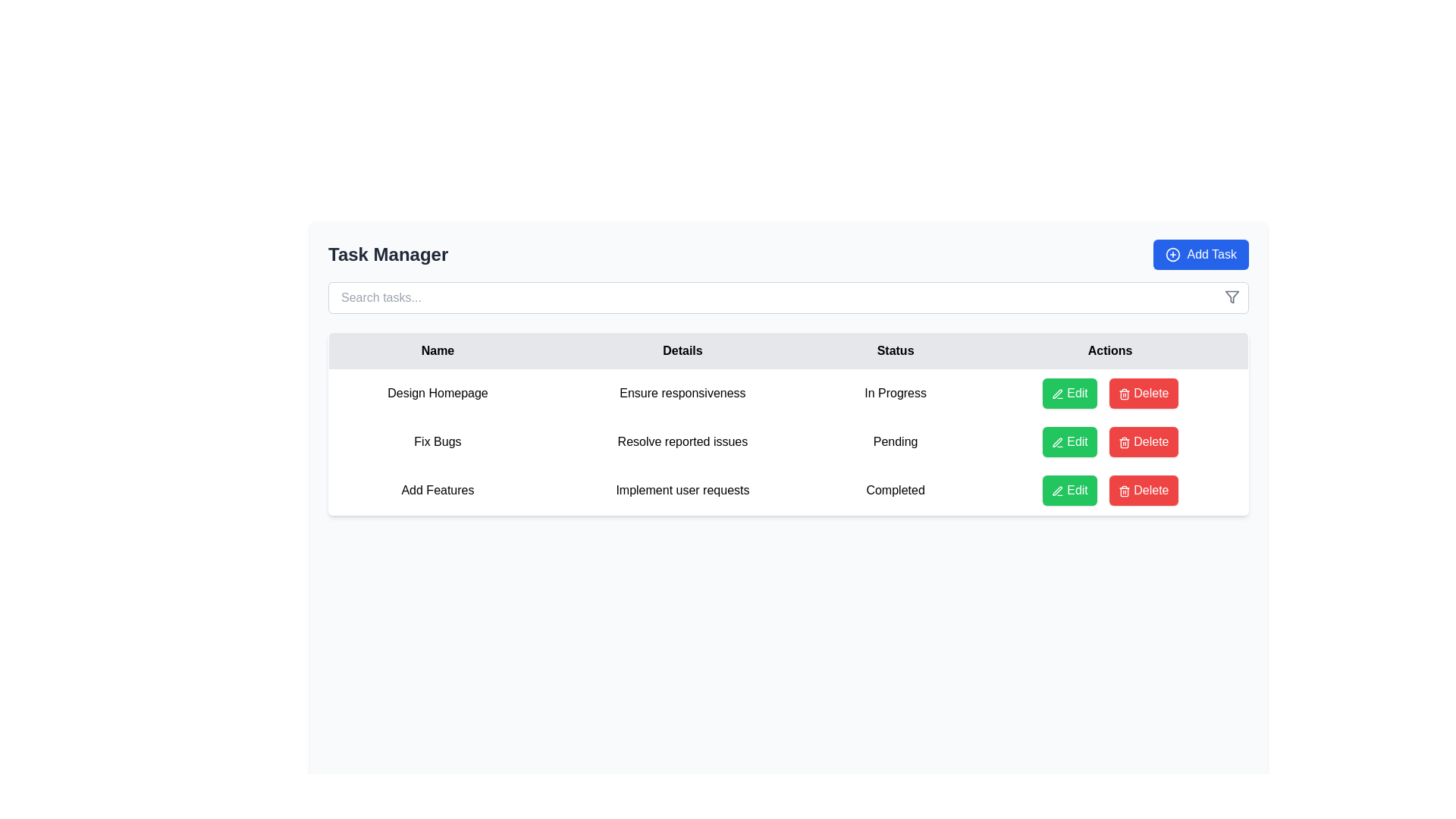  Describe the element at coordinates (1144, 393) in the screenshot. I see `the 'Delete' button with a red background and white text` at that location.